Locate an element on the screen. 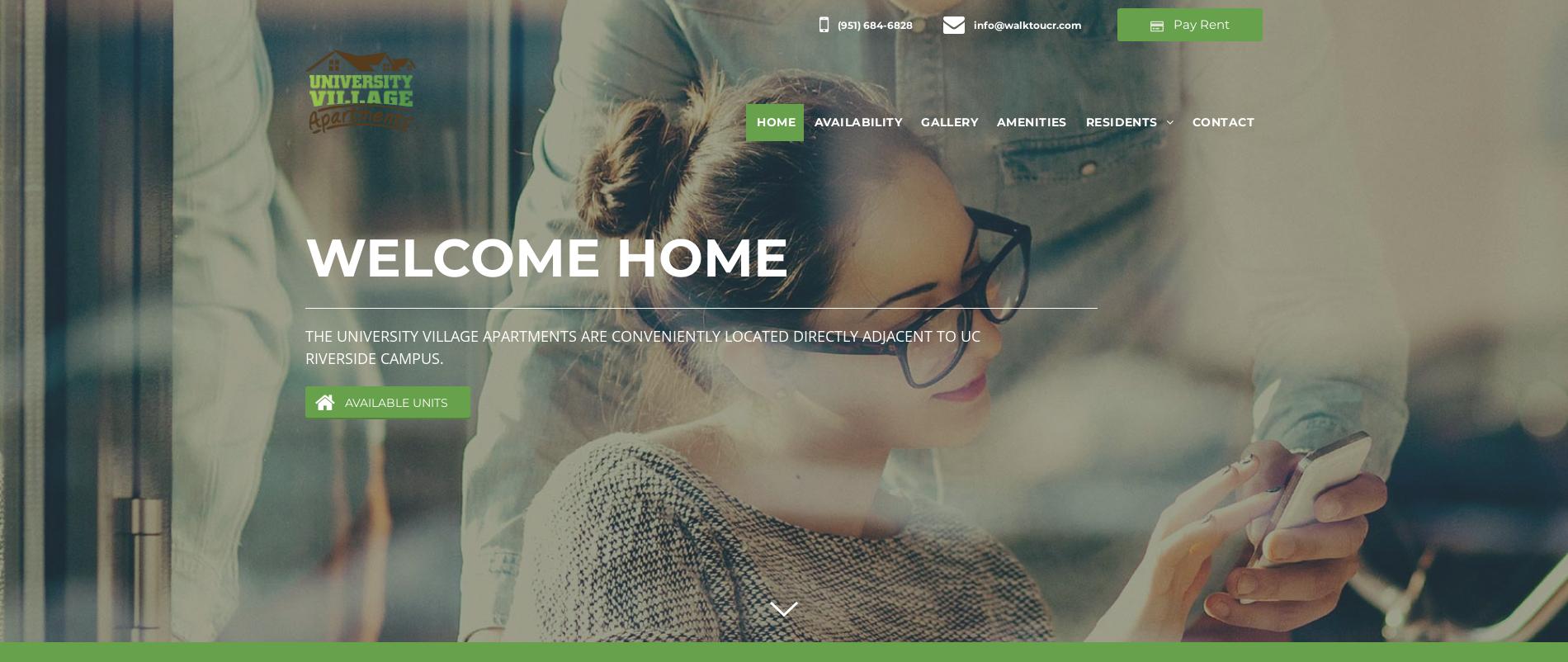 The image size is (1568, 662). 'CONTACT' is located at coordinates (1192, 121).